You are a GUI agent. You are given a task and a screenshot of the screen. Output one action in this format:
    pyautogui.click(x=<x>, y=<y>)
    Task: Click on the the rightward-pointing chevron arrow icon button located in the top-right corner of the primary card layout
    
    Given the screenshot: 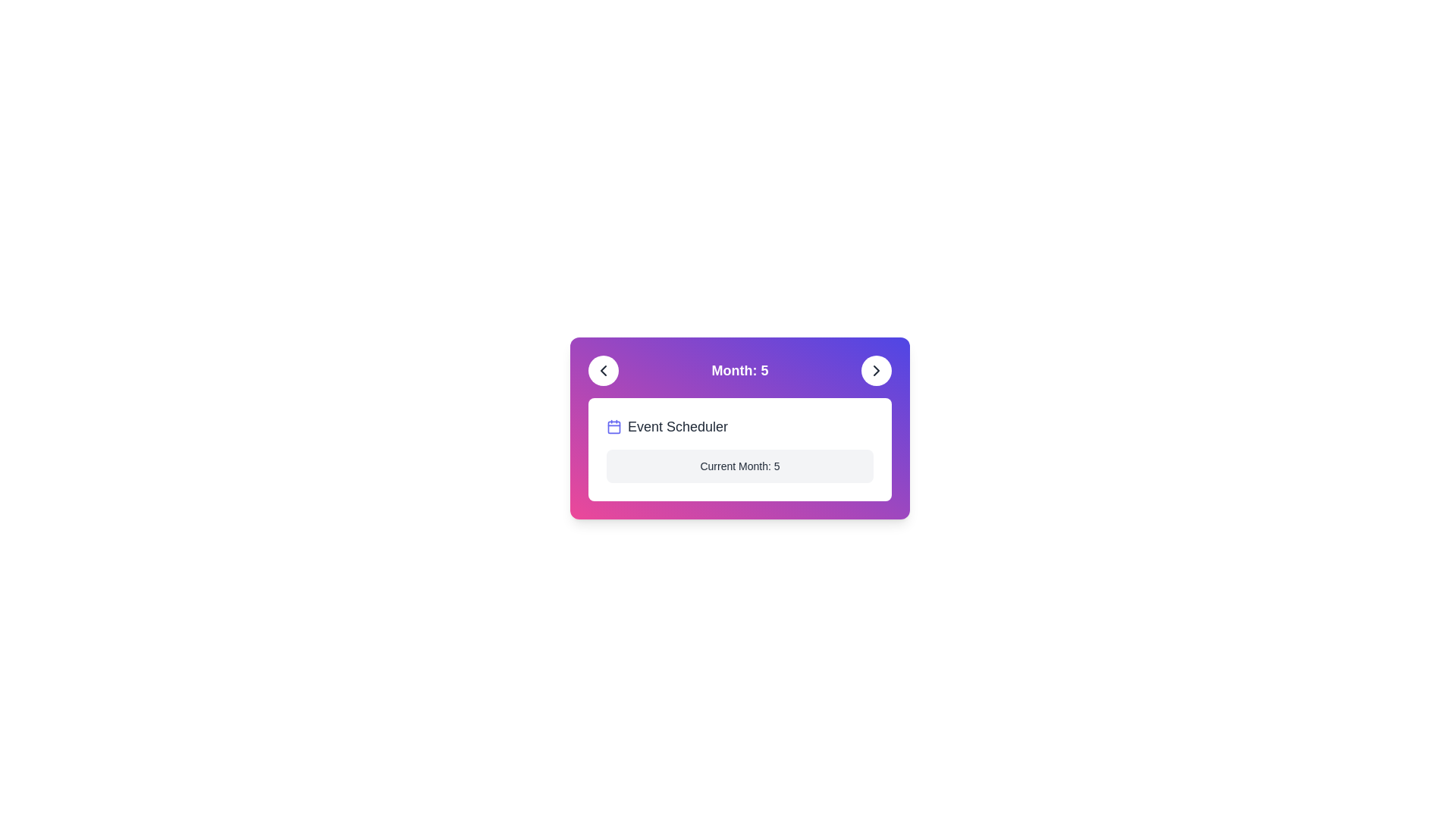 What is the action you would take?
    pyautogui.click(x=877, y=371)
    